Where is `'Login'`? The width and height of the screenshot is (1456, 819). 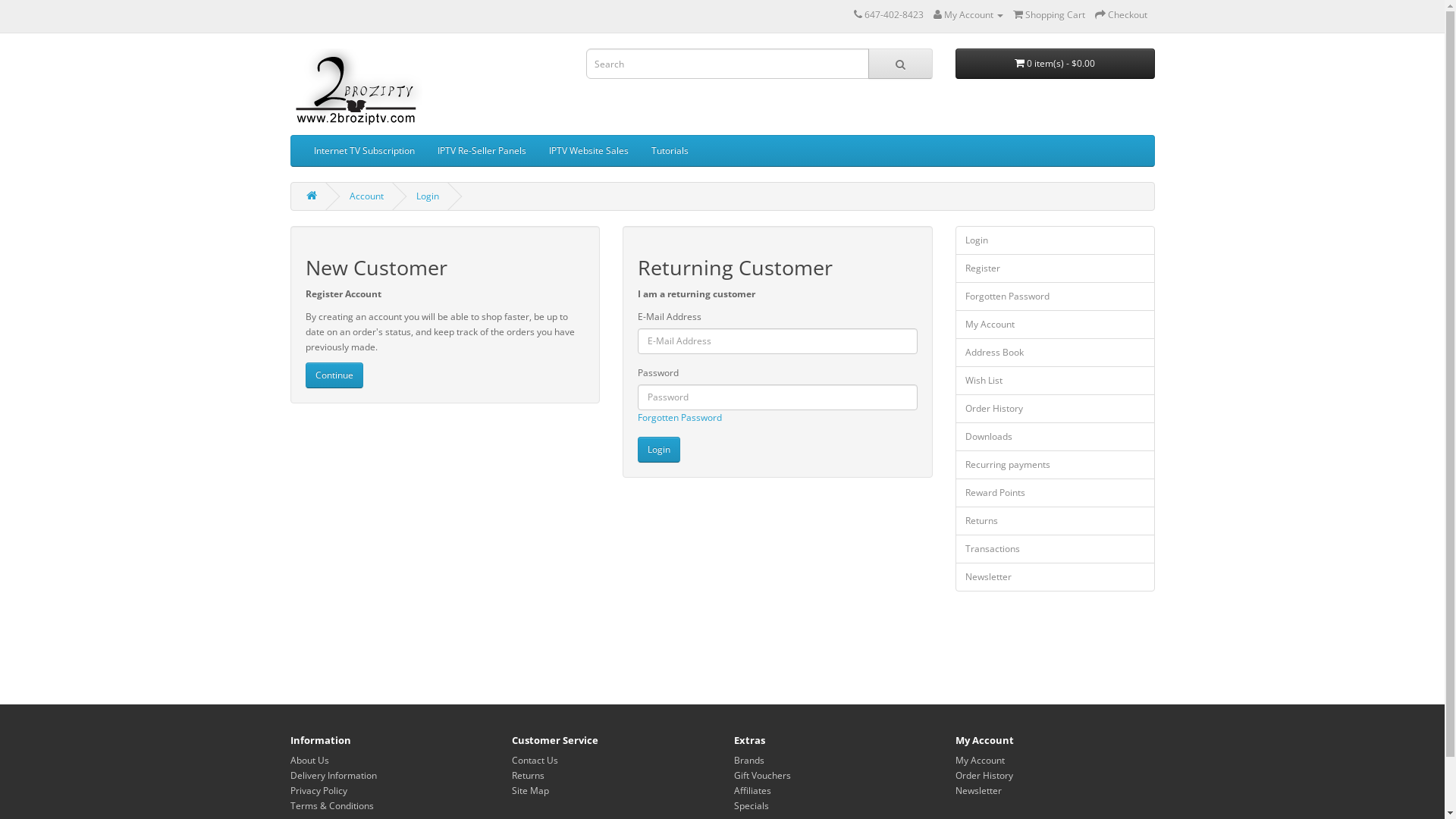
'Login' is located at coordinates (1054, 239).